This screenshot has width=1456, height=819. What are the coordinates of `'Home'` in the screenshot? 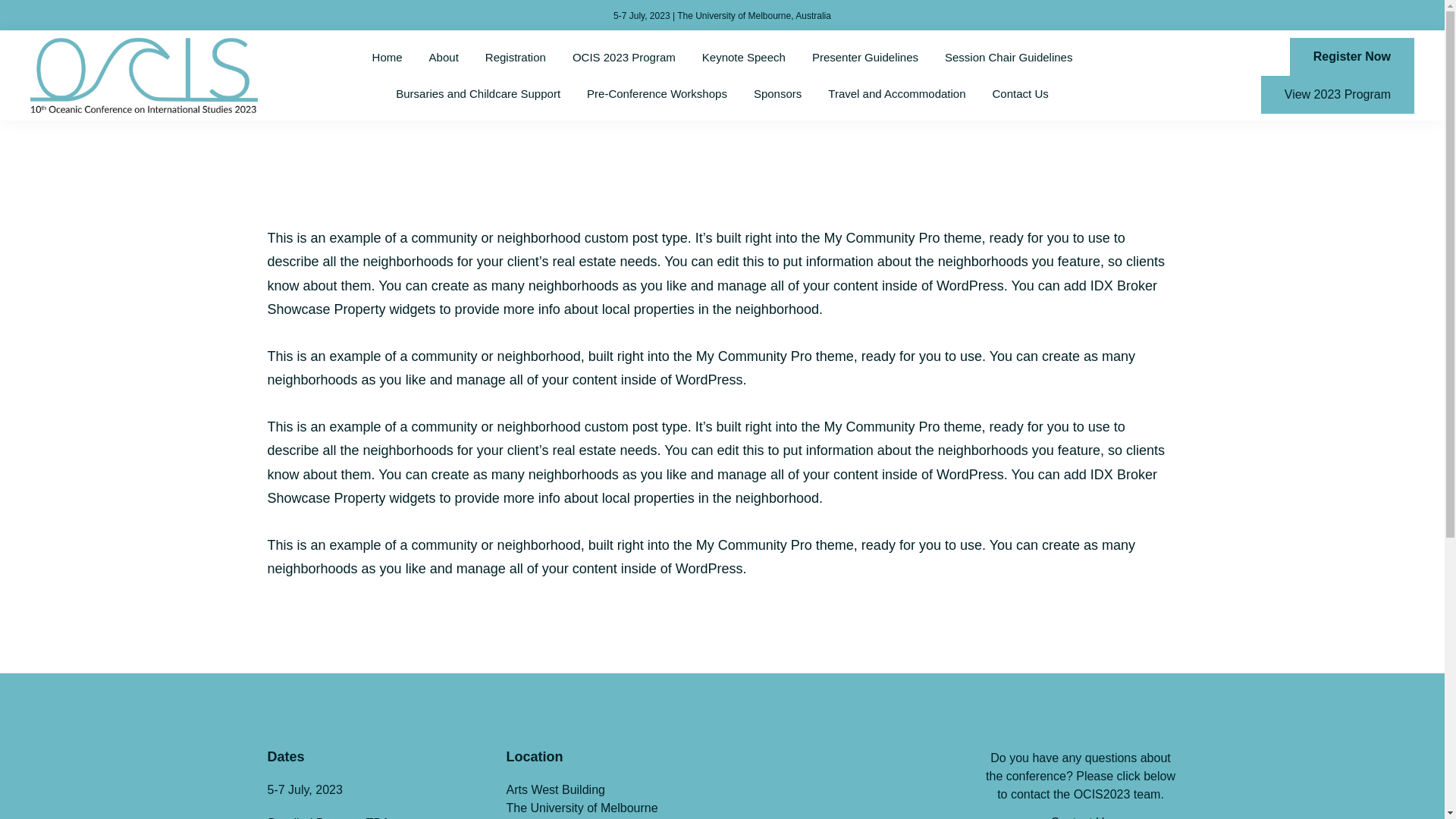 It's located at (387, 57).